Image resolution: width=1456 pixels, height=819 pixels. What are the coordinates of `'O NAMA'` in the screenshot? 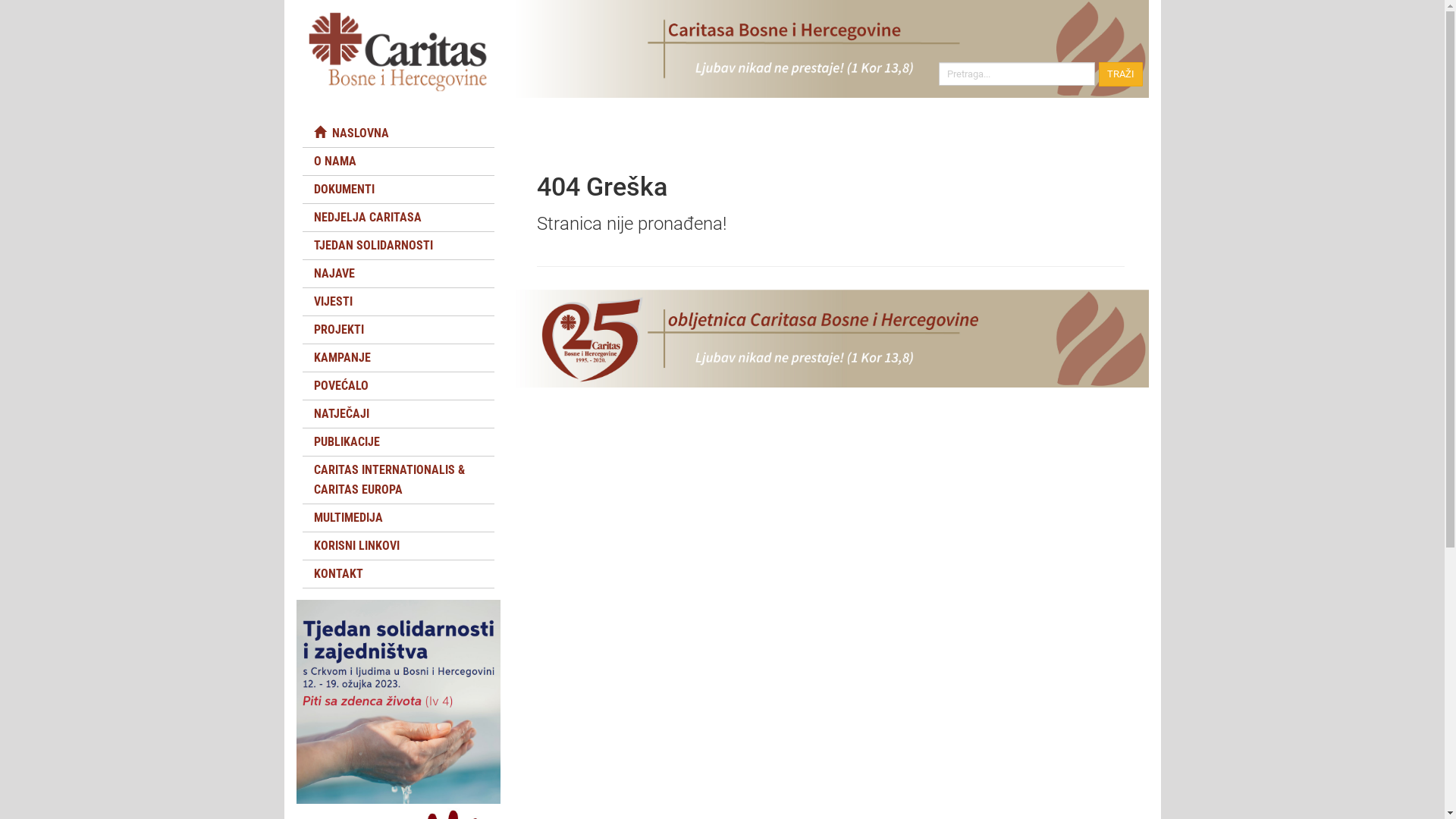 It's located at (397, 161).